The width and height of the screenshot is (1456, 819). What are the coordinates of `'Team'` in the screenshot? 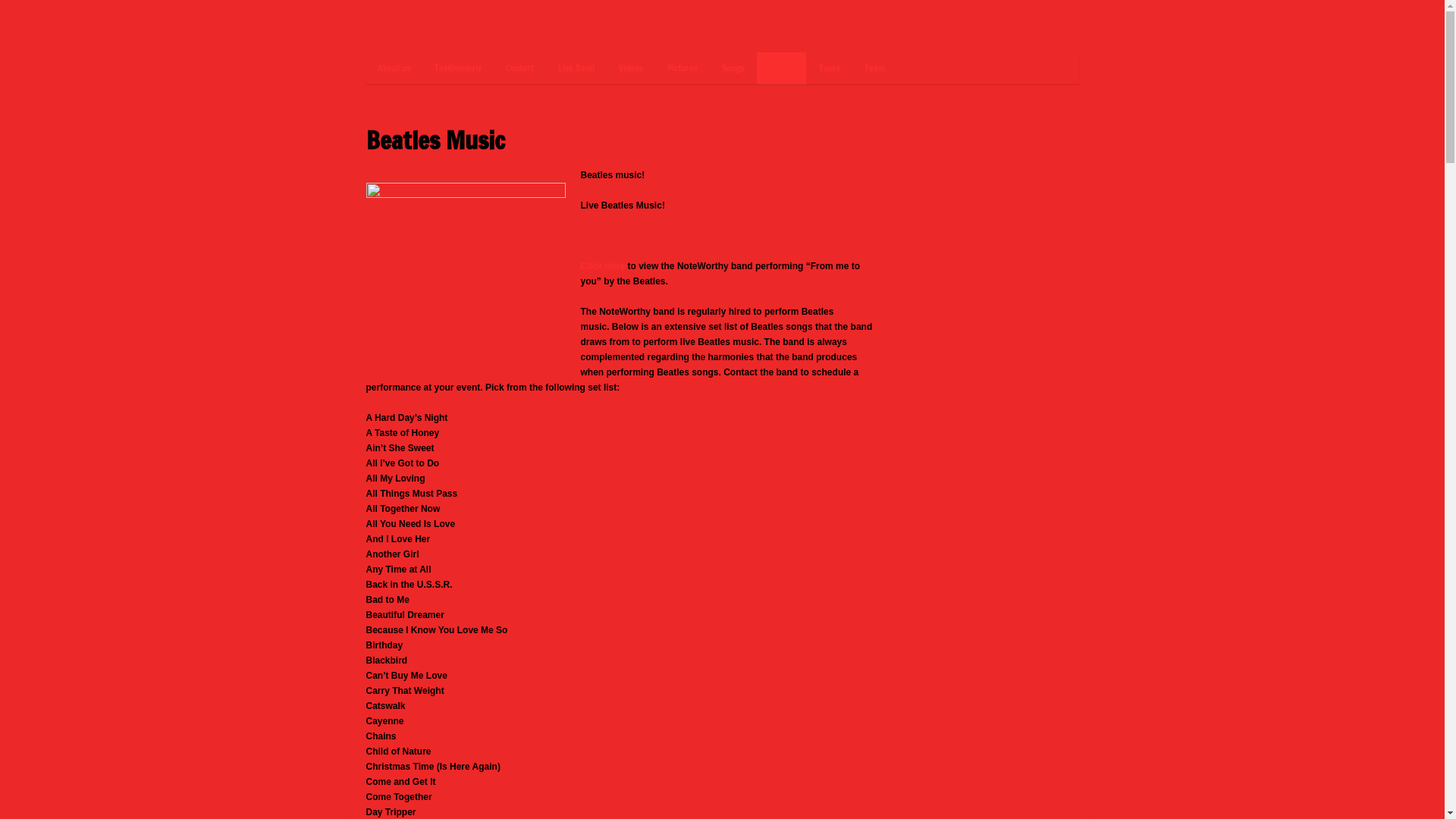 It's located at (874, 67).